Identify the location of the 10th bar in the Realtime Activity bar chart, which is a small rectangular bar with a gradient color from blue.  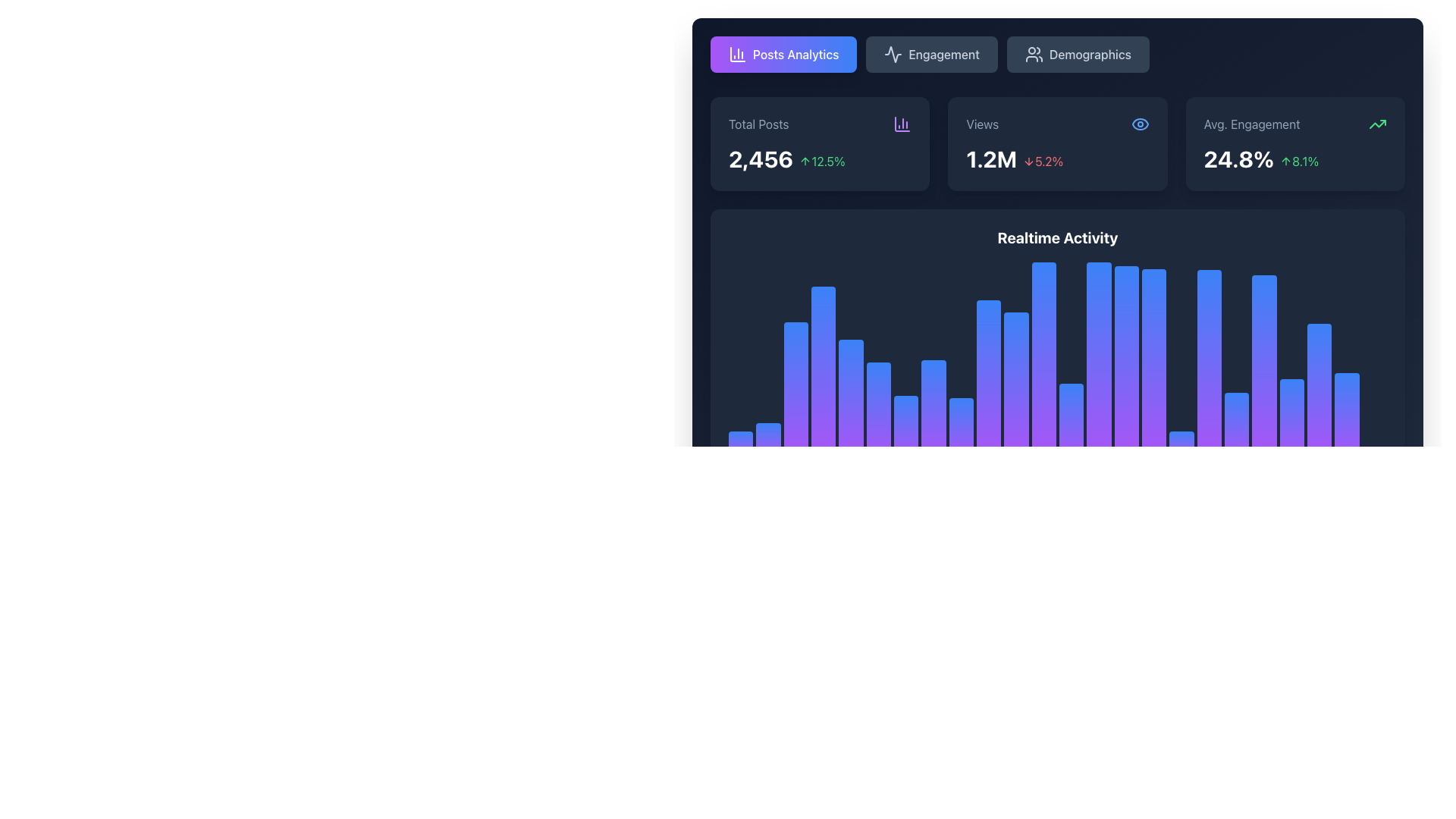
(989, 443).